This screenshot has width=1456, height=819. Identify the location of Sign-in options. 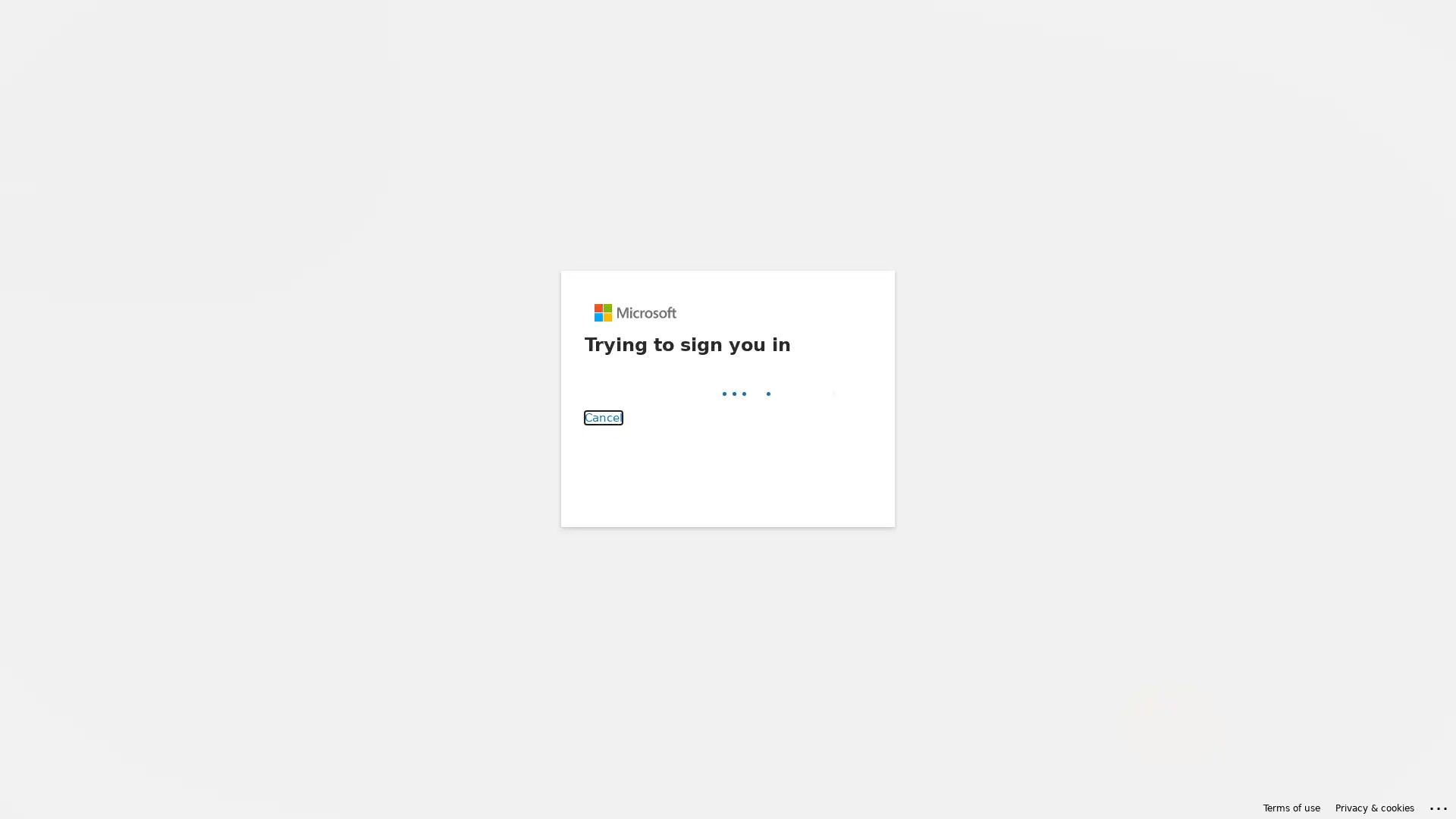
(728, 534).